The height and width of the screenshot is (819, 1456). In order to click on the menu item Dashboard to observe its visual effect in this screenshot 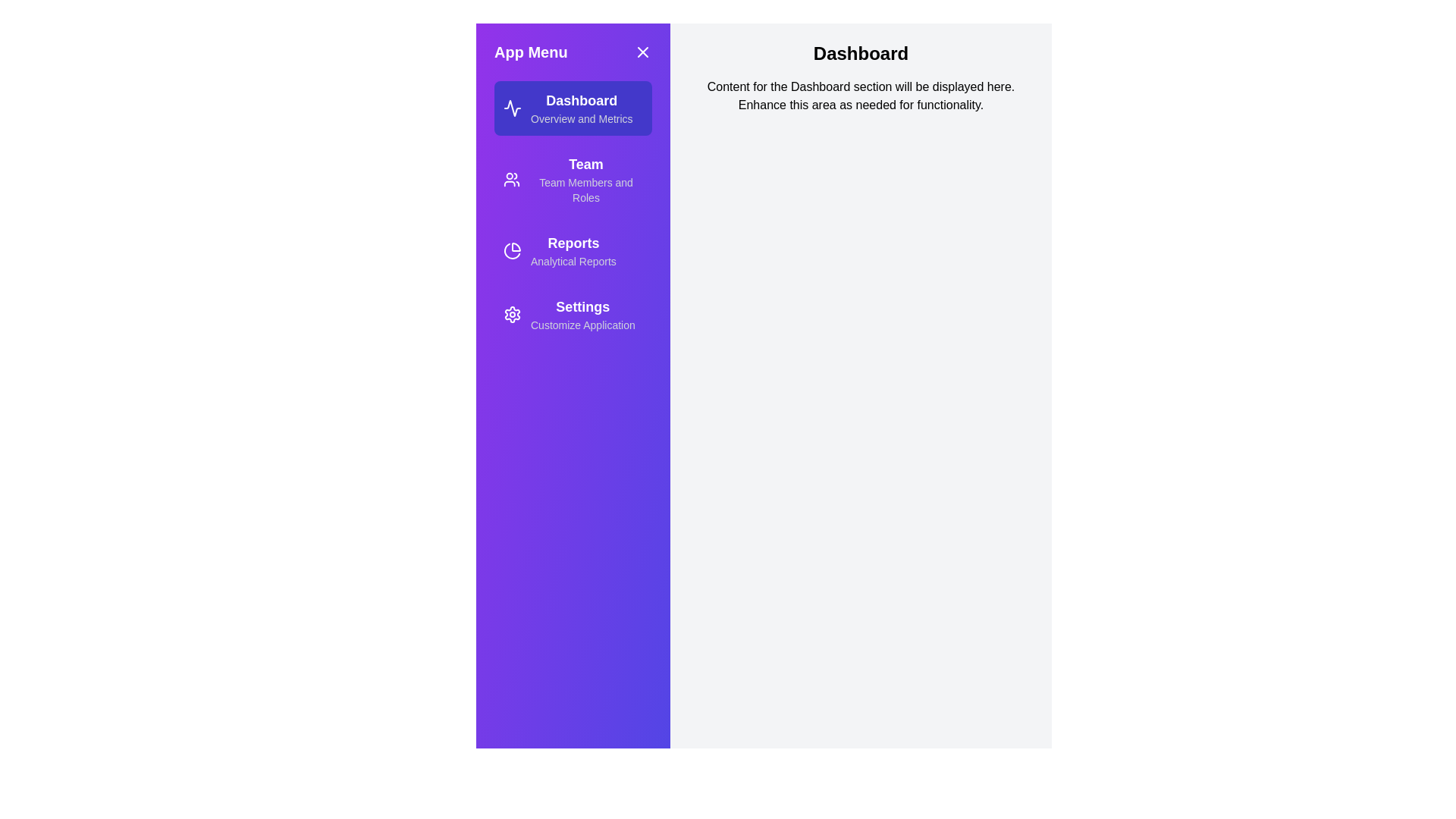, I will do `click(572, 107)`.